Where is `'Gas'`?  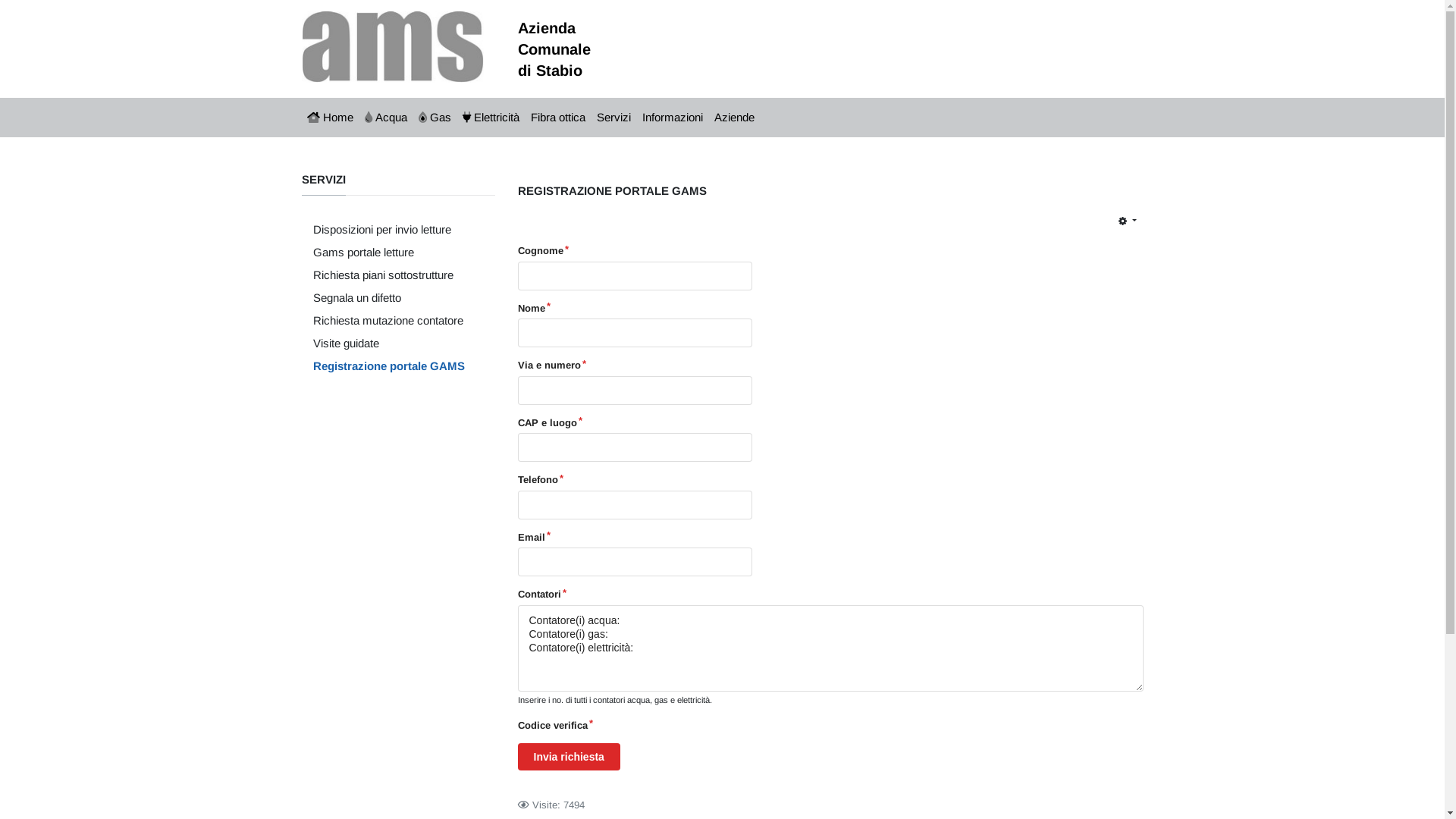 'Gas' is located at coordinates (433, 116).